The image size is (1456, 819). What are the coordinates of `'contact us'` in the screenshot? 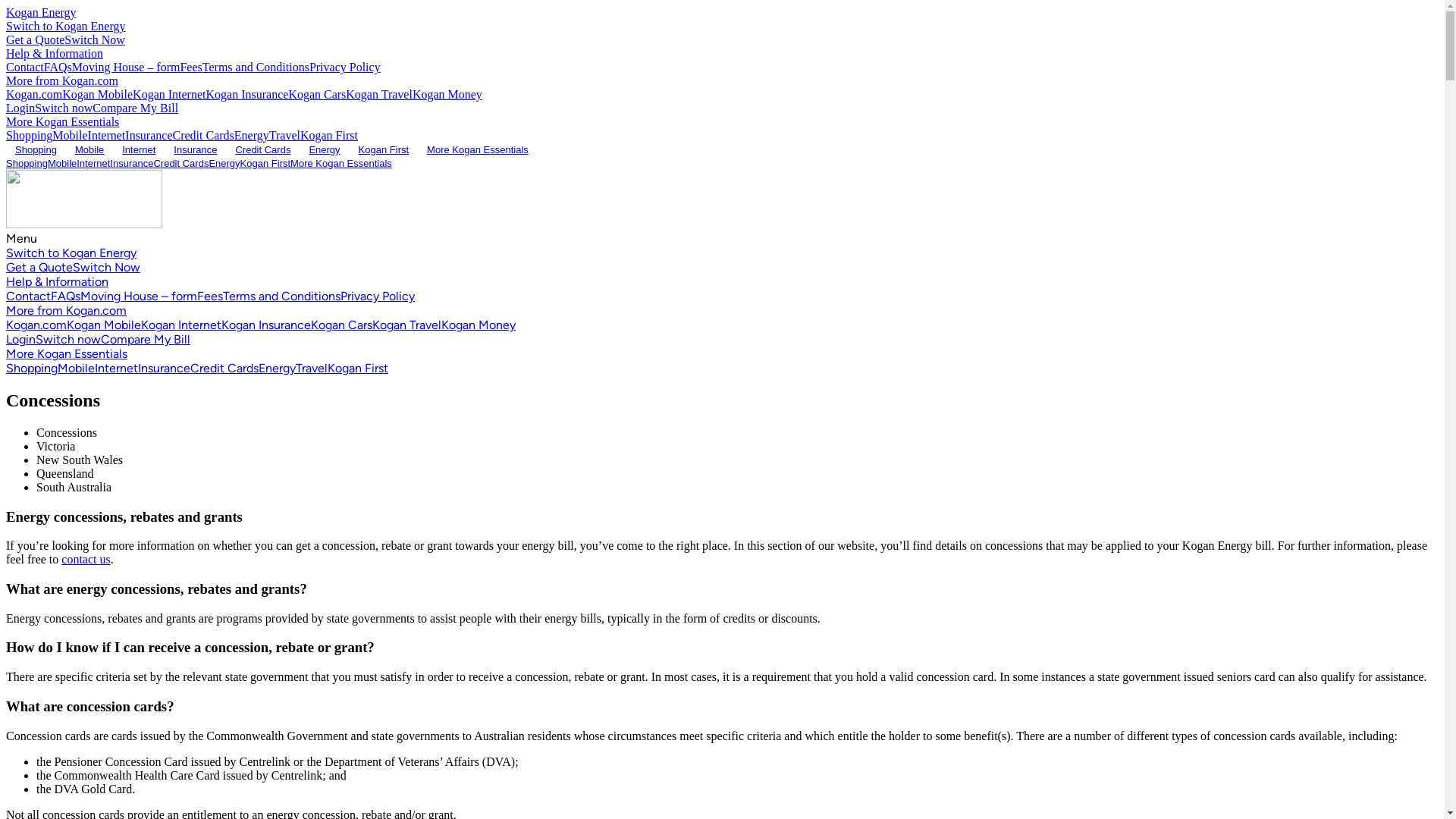 It's located at (85, 559).